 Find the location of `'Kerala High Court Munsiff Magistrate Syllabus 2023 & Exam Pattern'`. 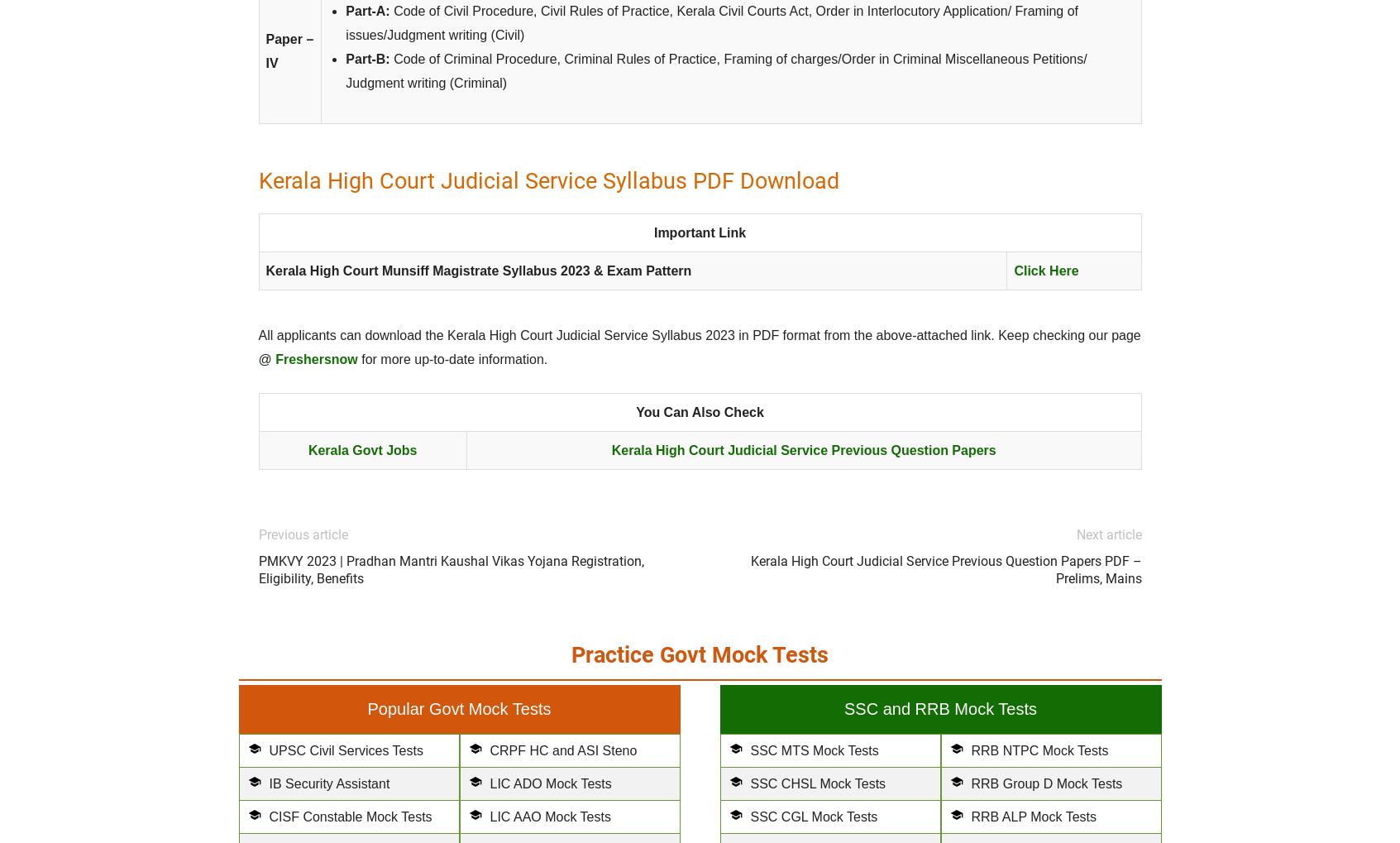

'Kerala High Court Munsiff Magistrate Syllabus 2023 & Exam Pattern' is located at coordinates (264, 271).